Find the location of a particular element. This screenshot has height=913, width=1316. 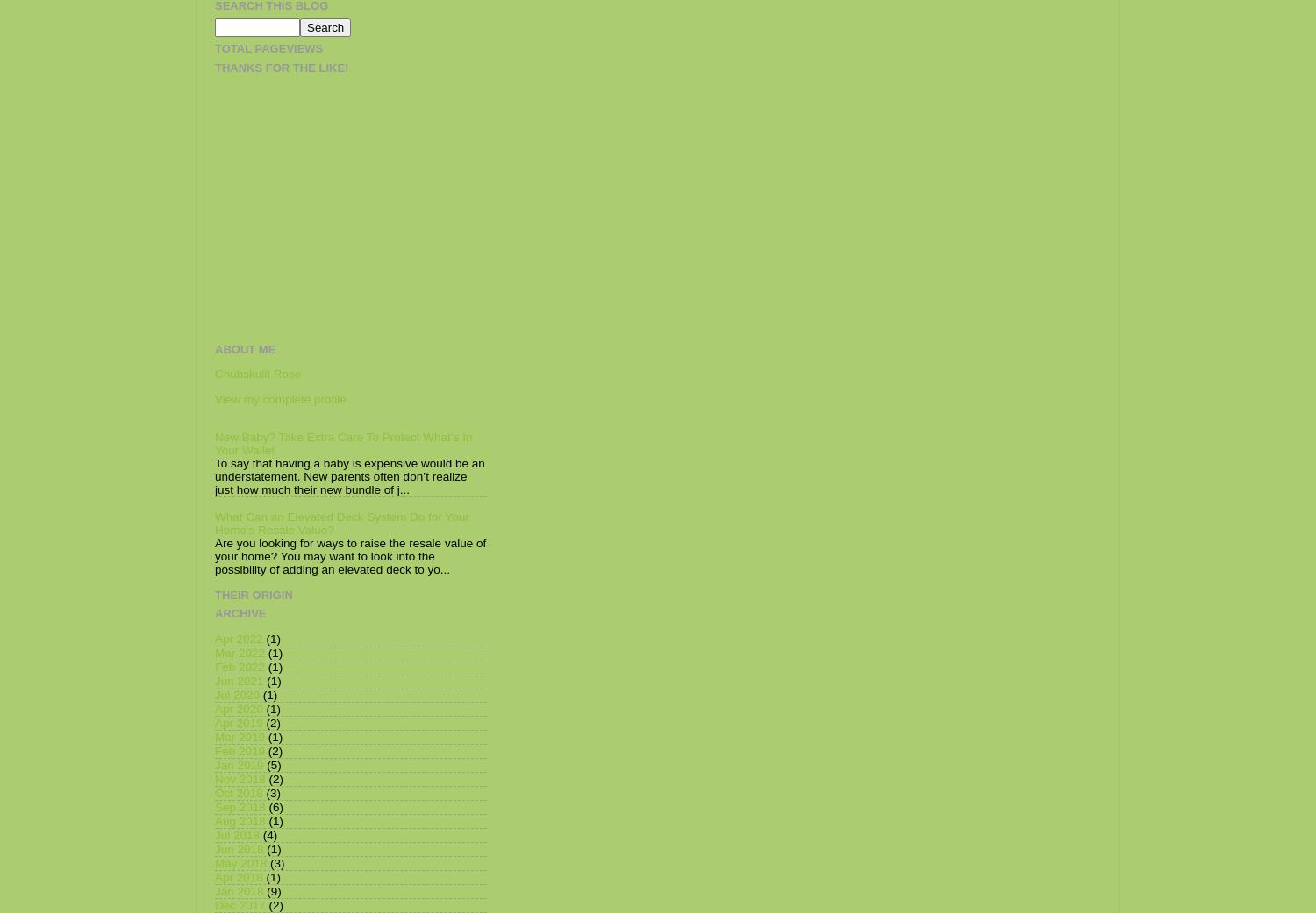

'May 2018' is located at coordinates (240, 862).